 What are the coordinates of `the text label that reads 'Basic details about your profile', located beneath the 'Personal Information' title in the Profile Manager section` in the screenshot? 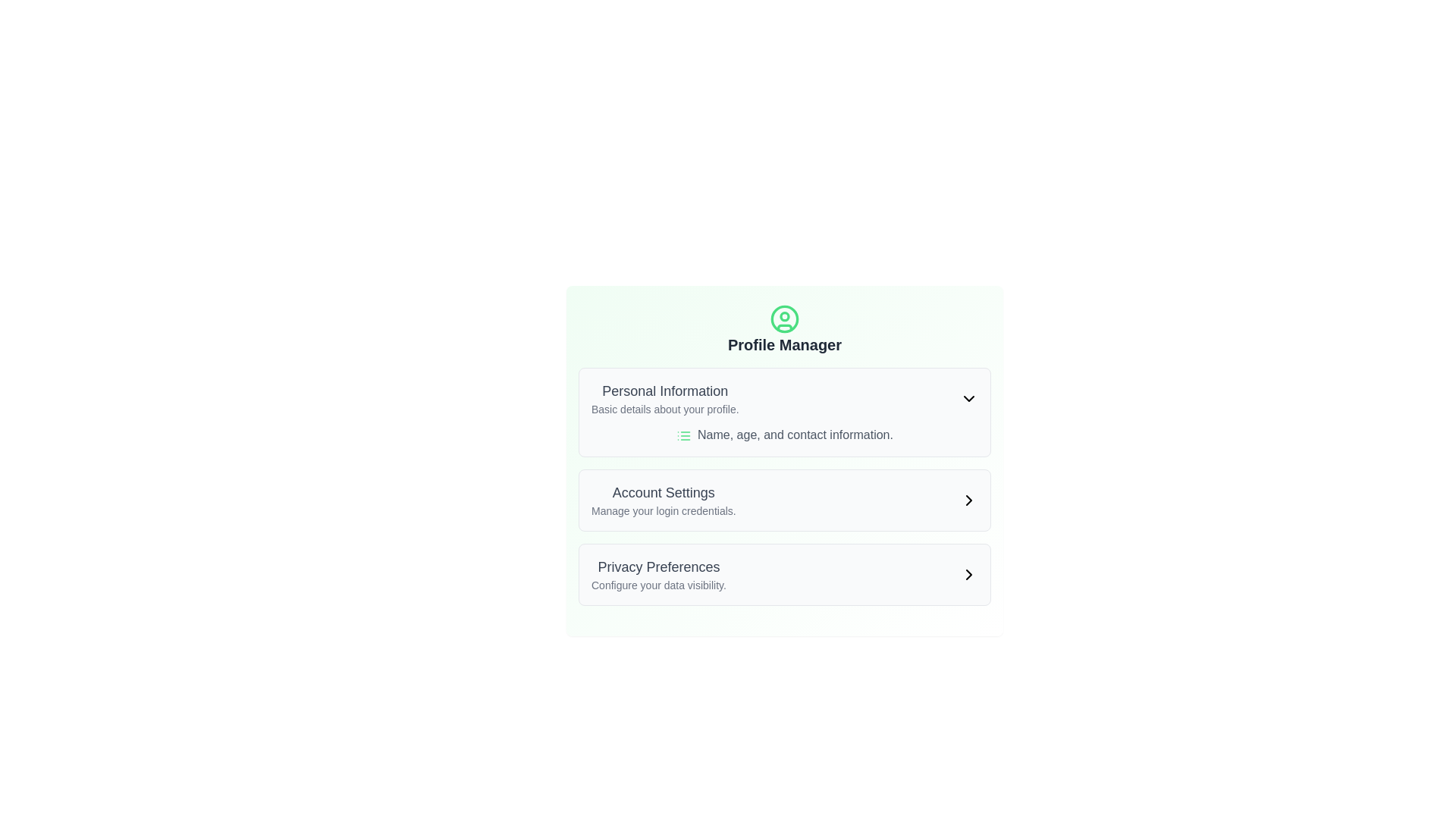 It's located at (665, 409).